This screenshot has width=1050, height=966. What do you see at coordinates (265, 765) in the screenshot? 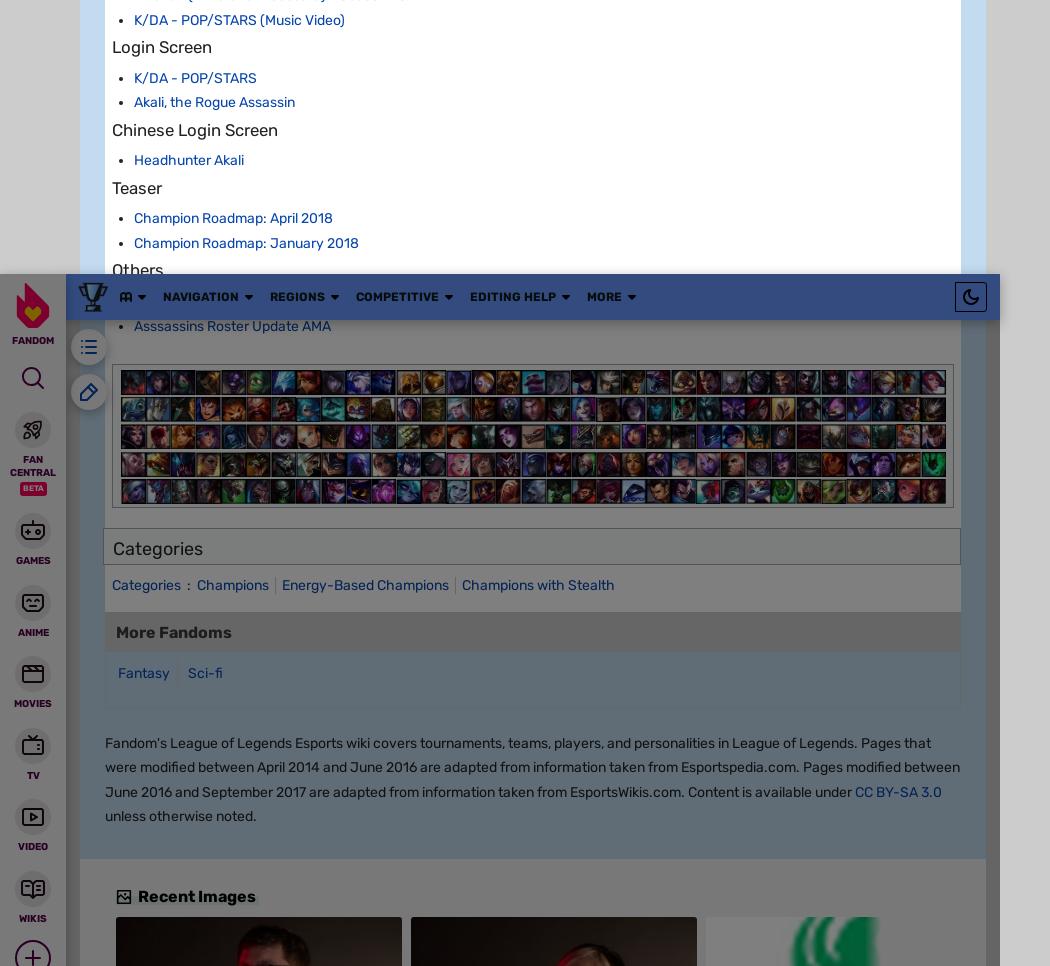
I see `'[26.38]'` at bounding box center [265, 765].